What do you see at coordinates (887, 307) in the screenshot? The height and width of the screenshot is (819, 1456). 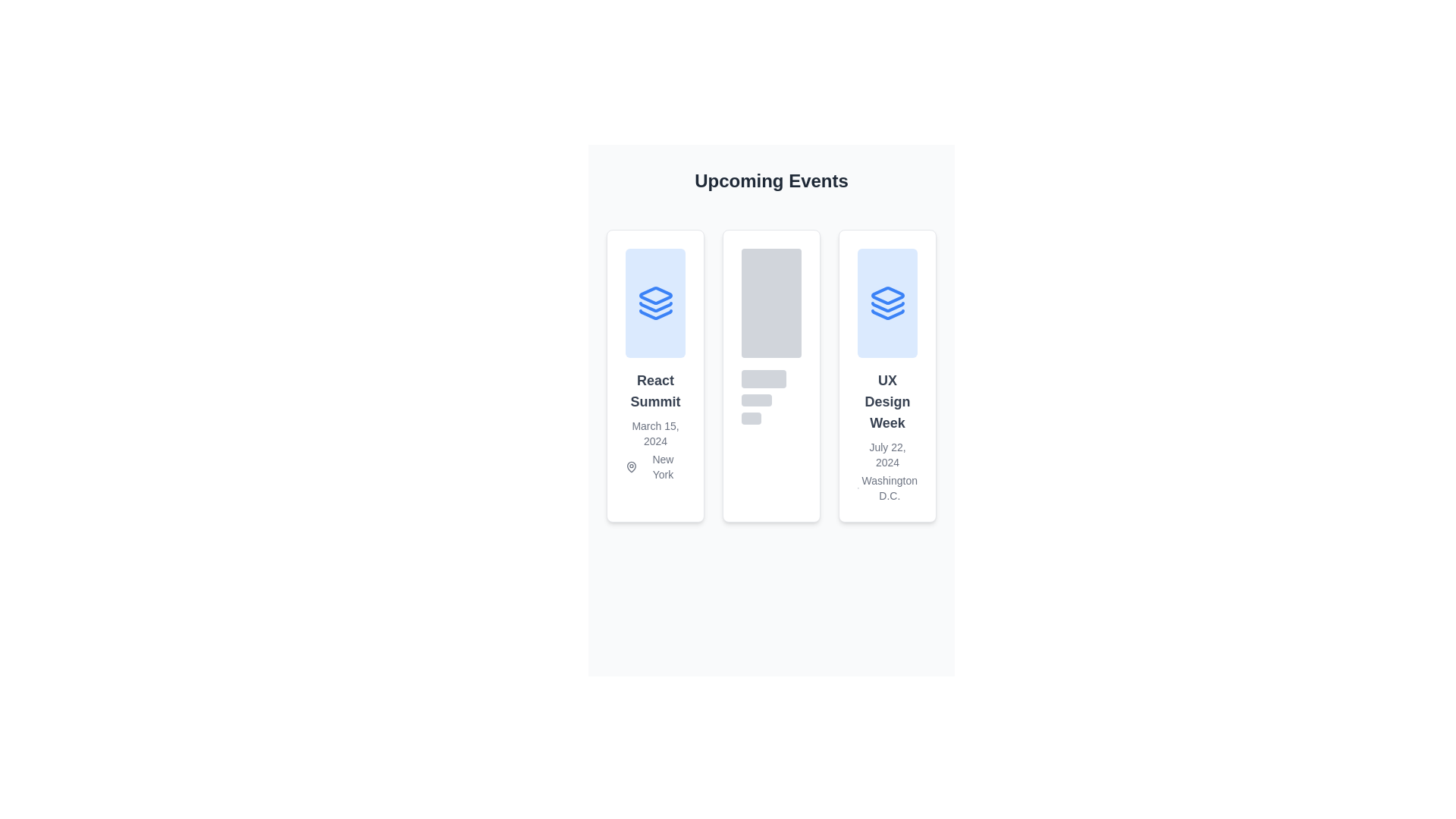 I see `the middle layer of the layered-icon graphic within the blue-and-white themed card on the right side of the three-card layout under 'UX Design Week'` at bounding box center [887, 307].